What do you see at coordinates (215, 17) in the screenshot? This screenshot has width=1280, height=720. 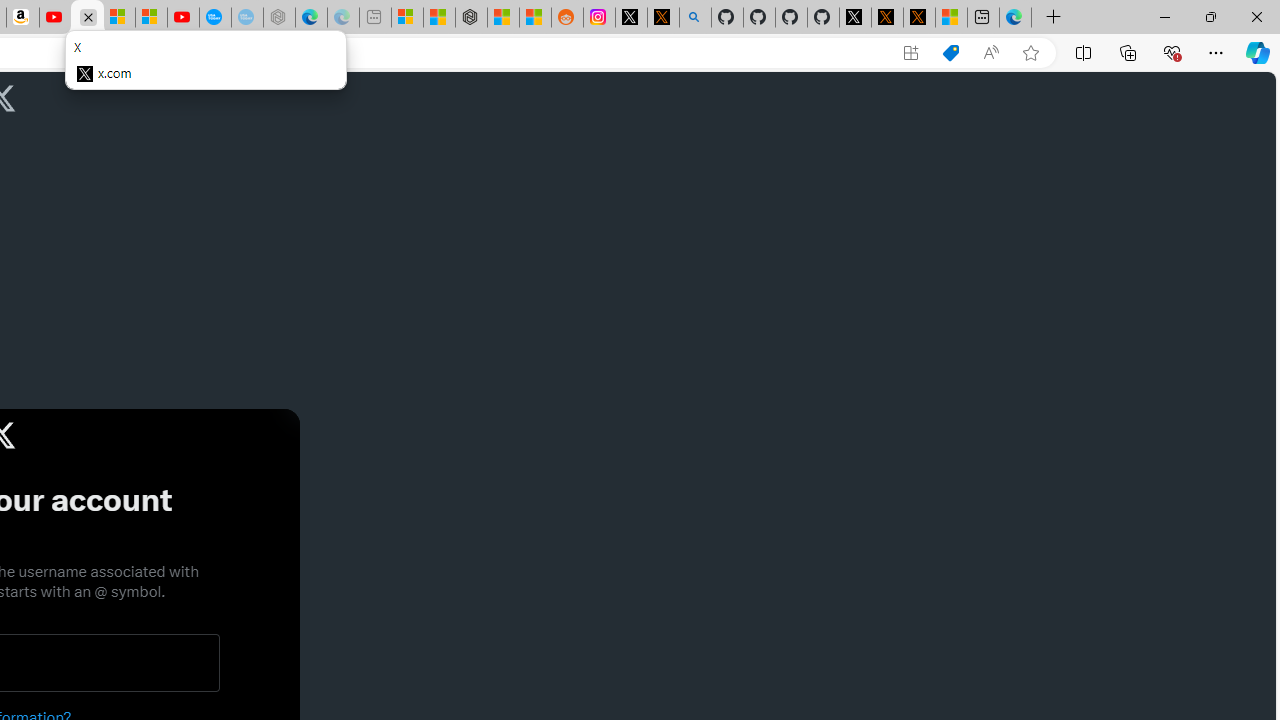 I see `'Opinion: Op-Ed and Commentary - USA TODAY'` at bounding box center [215, 17].